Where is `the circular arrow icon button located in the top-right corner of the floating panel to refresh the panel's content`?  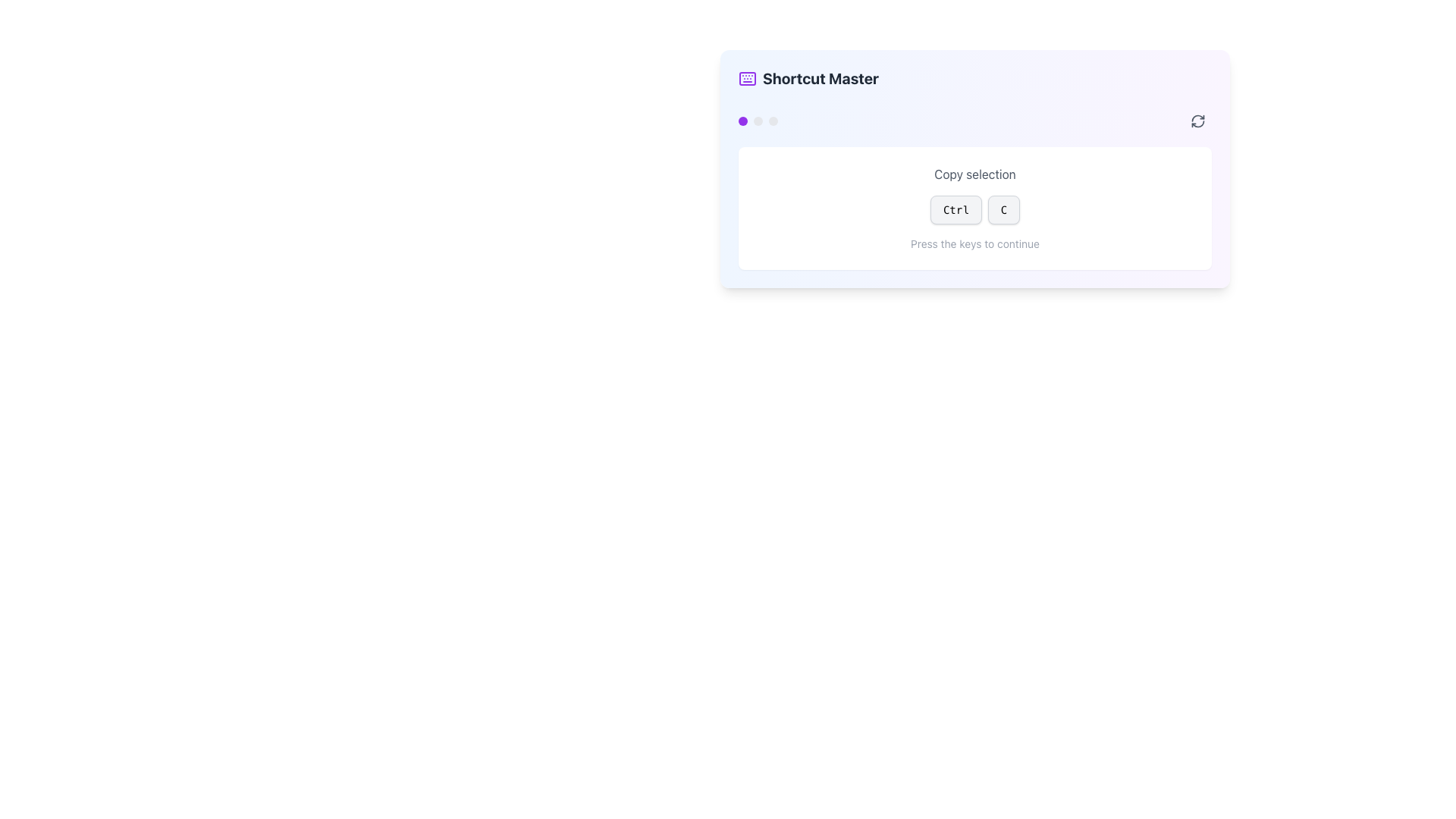 the circular arrow icon button located in the top-right corner of the floating panel to refresh the panel's content is located at coordinates (1197, 120).